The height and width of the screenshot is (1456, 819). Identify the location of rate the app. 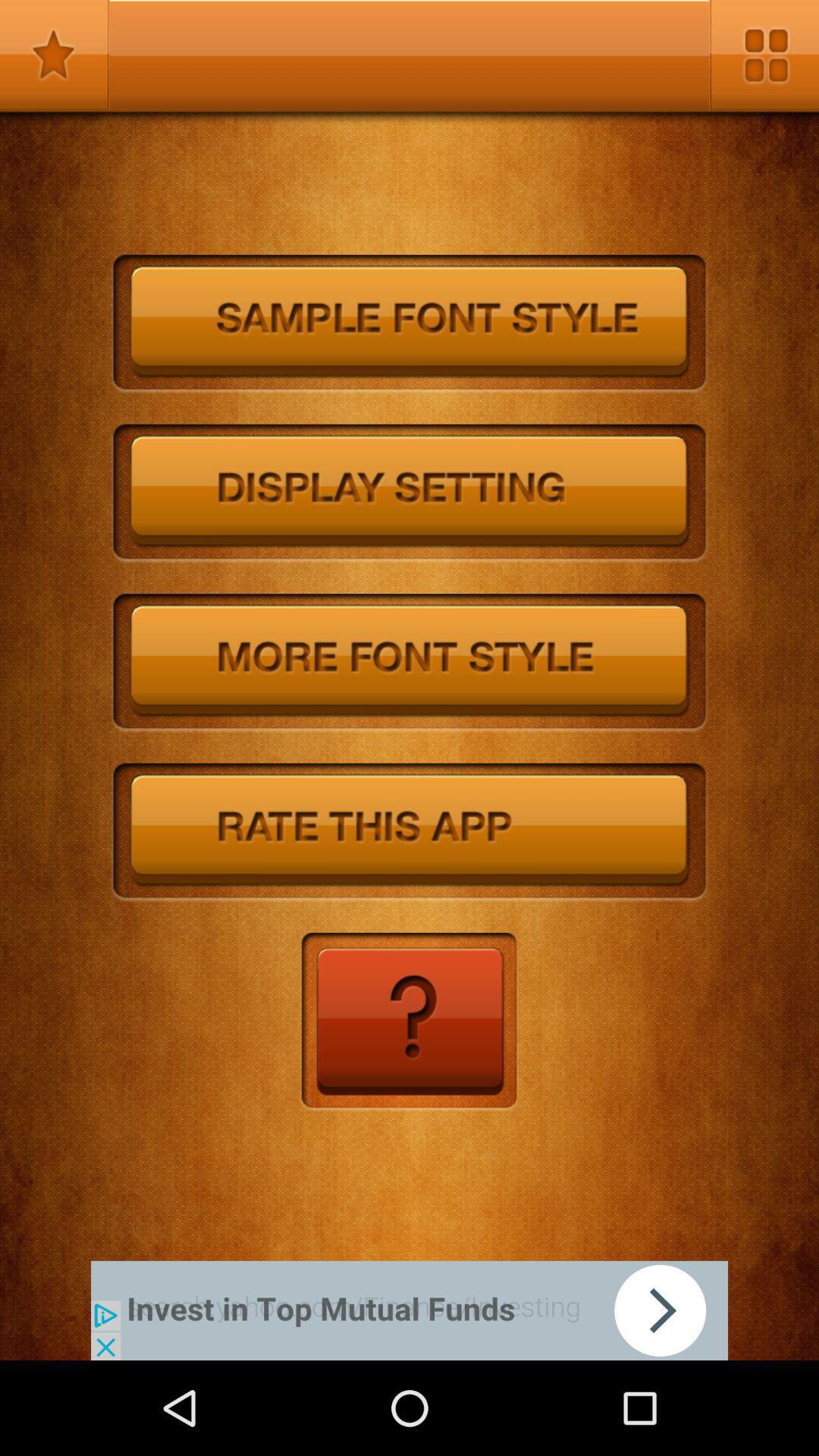
(409, 832).